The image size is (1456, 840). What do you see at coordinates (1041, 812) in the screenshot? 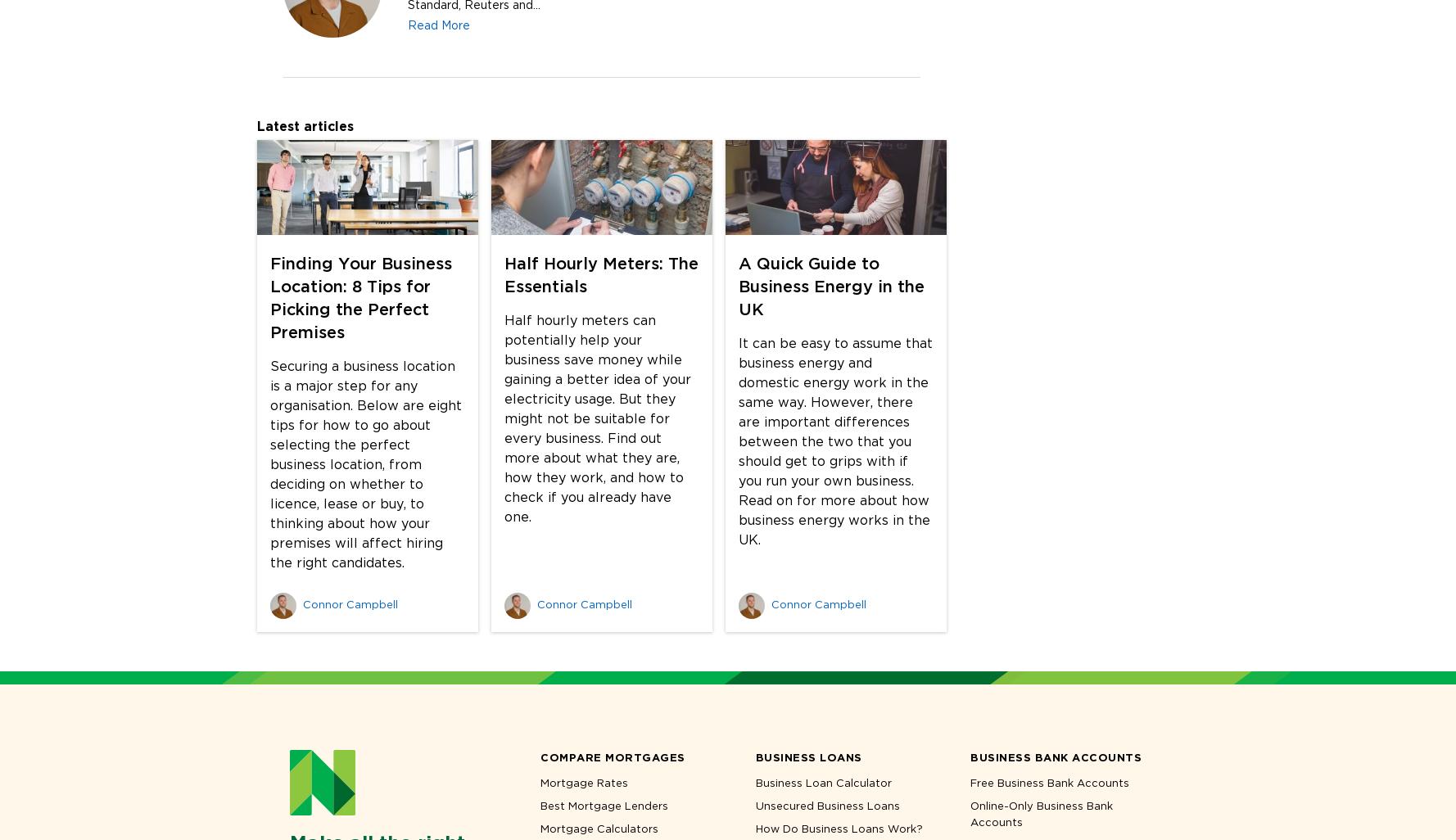
I see `'Online-Only Business Bank Accounts'` at bounding box center [1041, 812].